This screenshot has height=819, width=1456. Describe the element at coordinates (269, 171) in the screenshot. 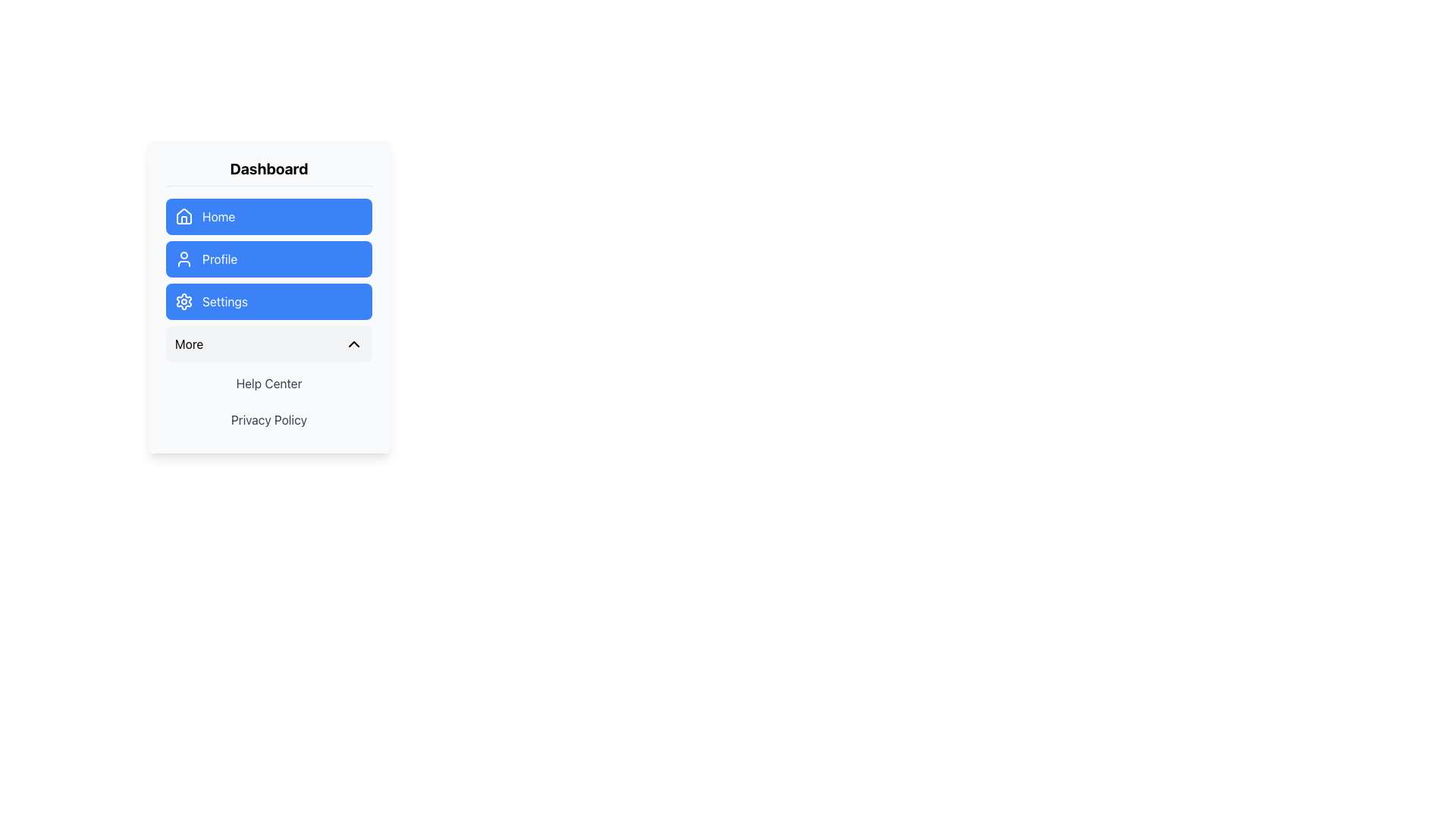

I see `the bold, black text heading that reads 'Dashboard' at the top of the interface, serving as the header for the section` at that location.